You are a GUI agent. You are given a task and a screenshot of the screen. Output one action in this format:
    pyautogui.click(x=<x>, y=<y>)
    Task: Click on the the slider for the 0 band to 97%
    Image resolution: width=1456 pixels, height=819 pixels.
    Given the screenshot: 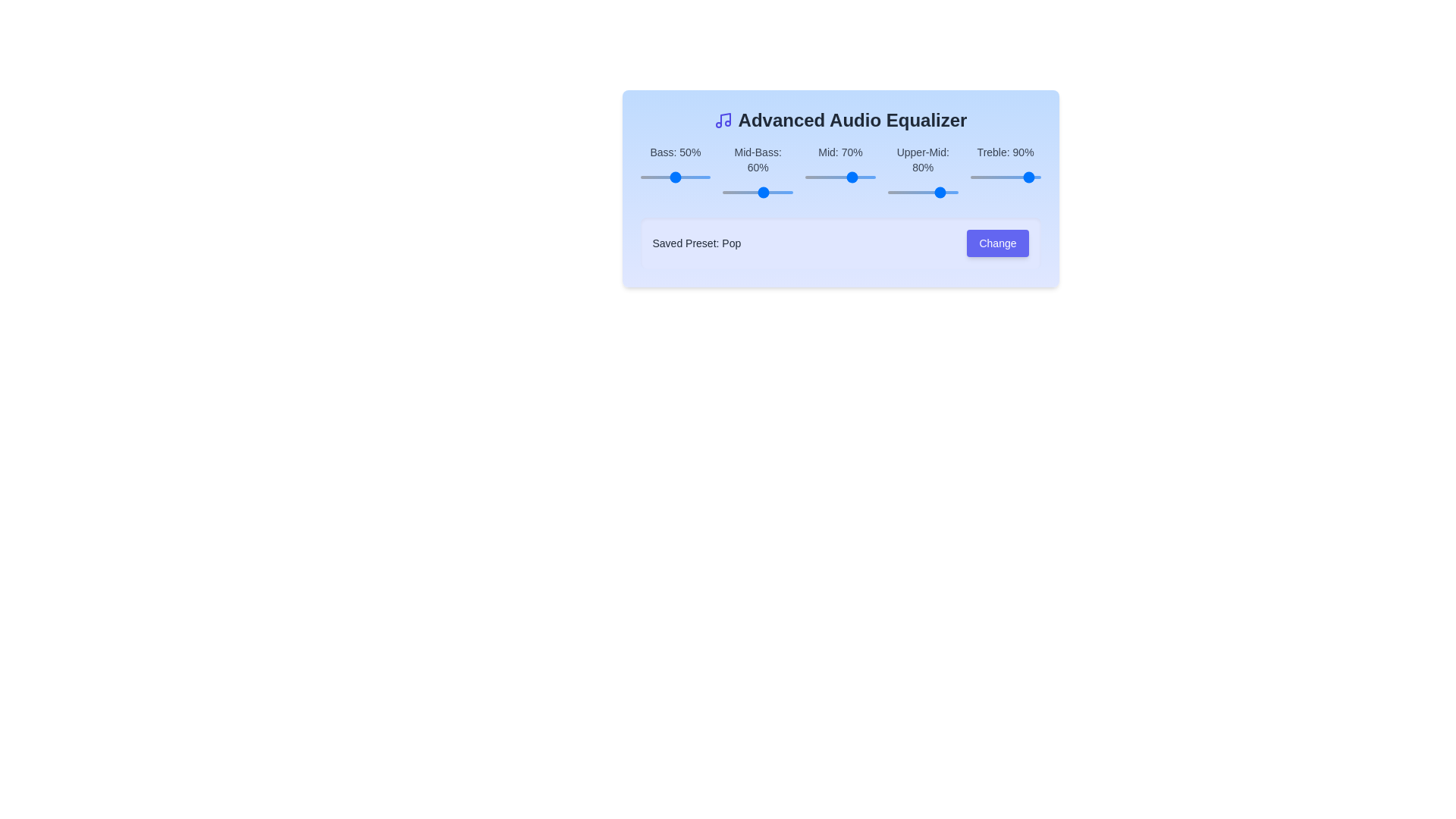 What is the action you would take?
    pyautogui.click(x=748, y=177)
    